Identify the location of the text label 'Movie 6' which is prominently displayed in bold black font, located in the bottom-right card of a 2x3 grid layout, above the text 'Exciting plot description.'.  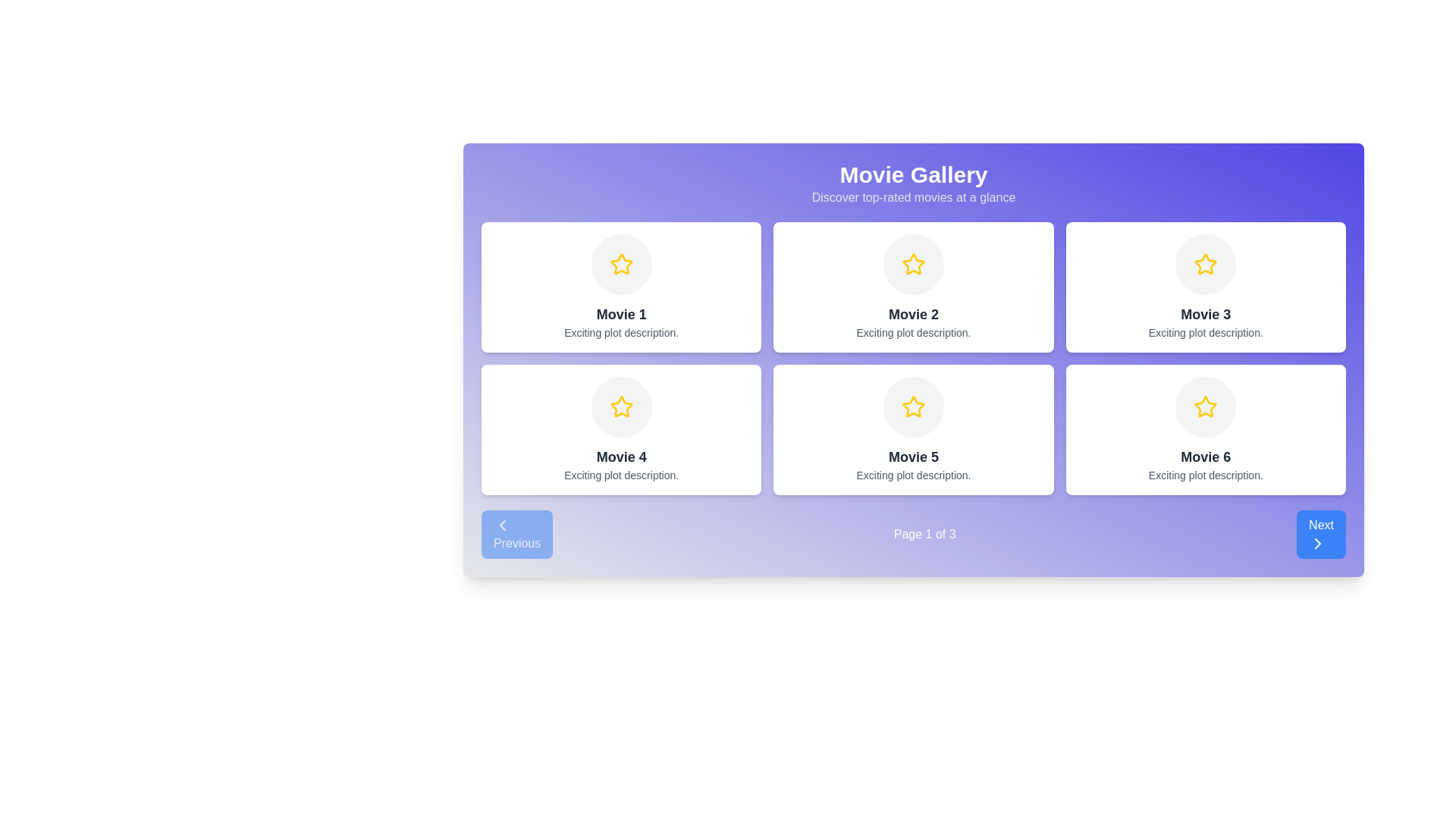
(1205, 456).